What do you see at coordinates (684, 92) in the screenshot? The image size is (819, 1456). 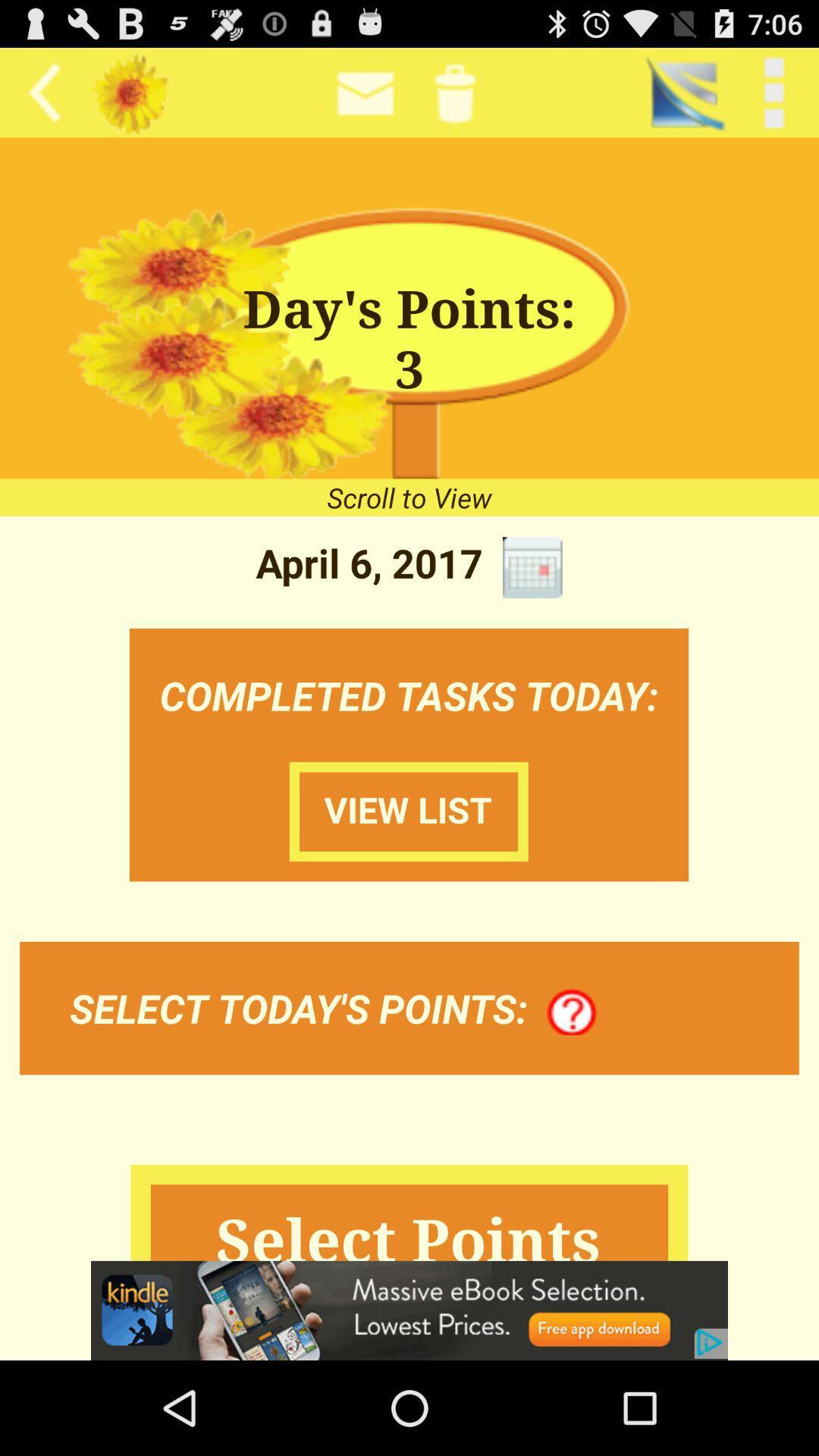 I see `the app next to < back item` at bounding box center [684, 92].